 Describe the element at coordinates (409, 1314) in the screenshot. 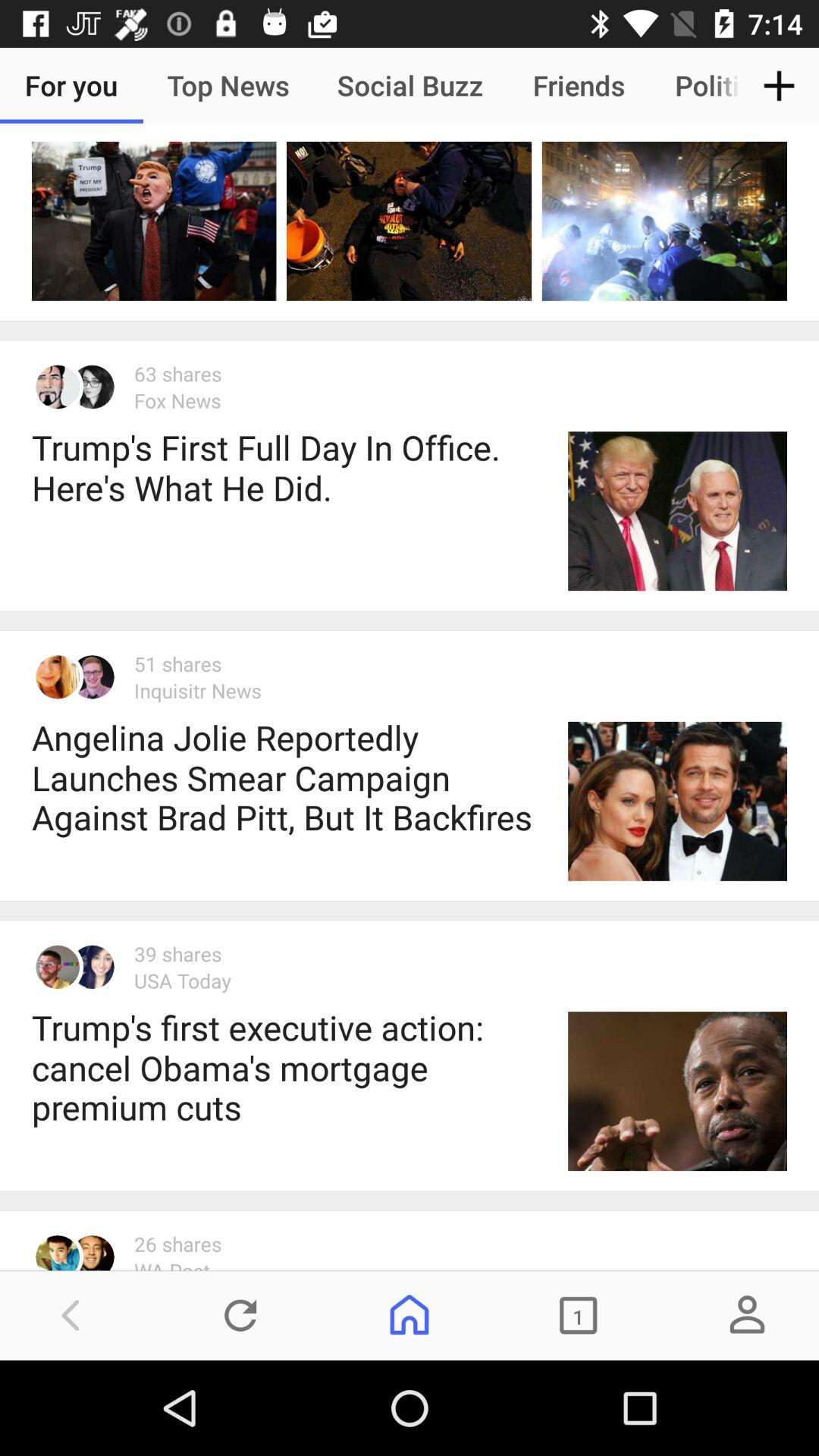

I see `the home icon` at that location.